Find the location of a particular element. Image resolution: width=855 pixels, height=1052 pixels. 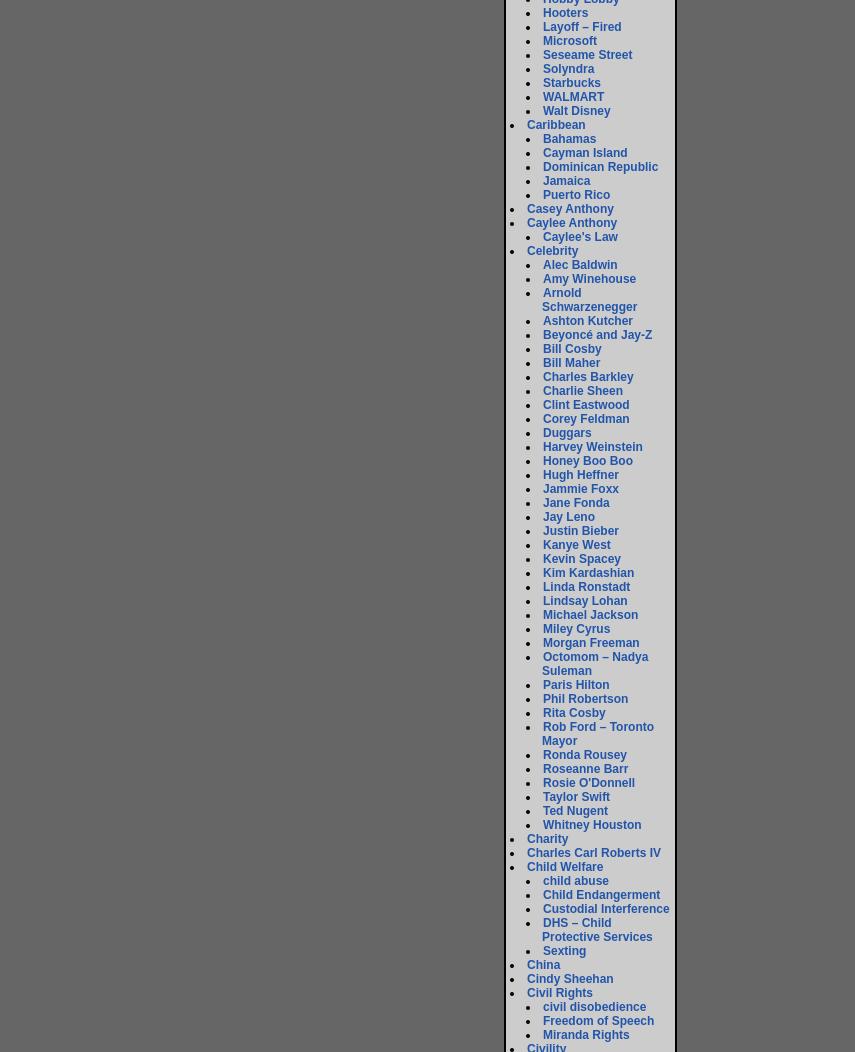

'Amy Winehouse' is located at coordinates (588, 278).